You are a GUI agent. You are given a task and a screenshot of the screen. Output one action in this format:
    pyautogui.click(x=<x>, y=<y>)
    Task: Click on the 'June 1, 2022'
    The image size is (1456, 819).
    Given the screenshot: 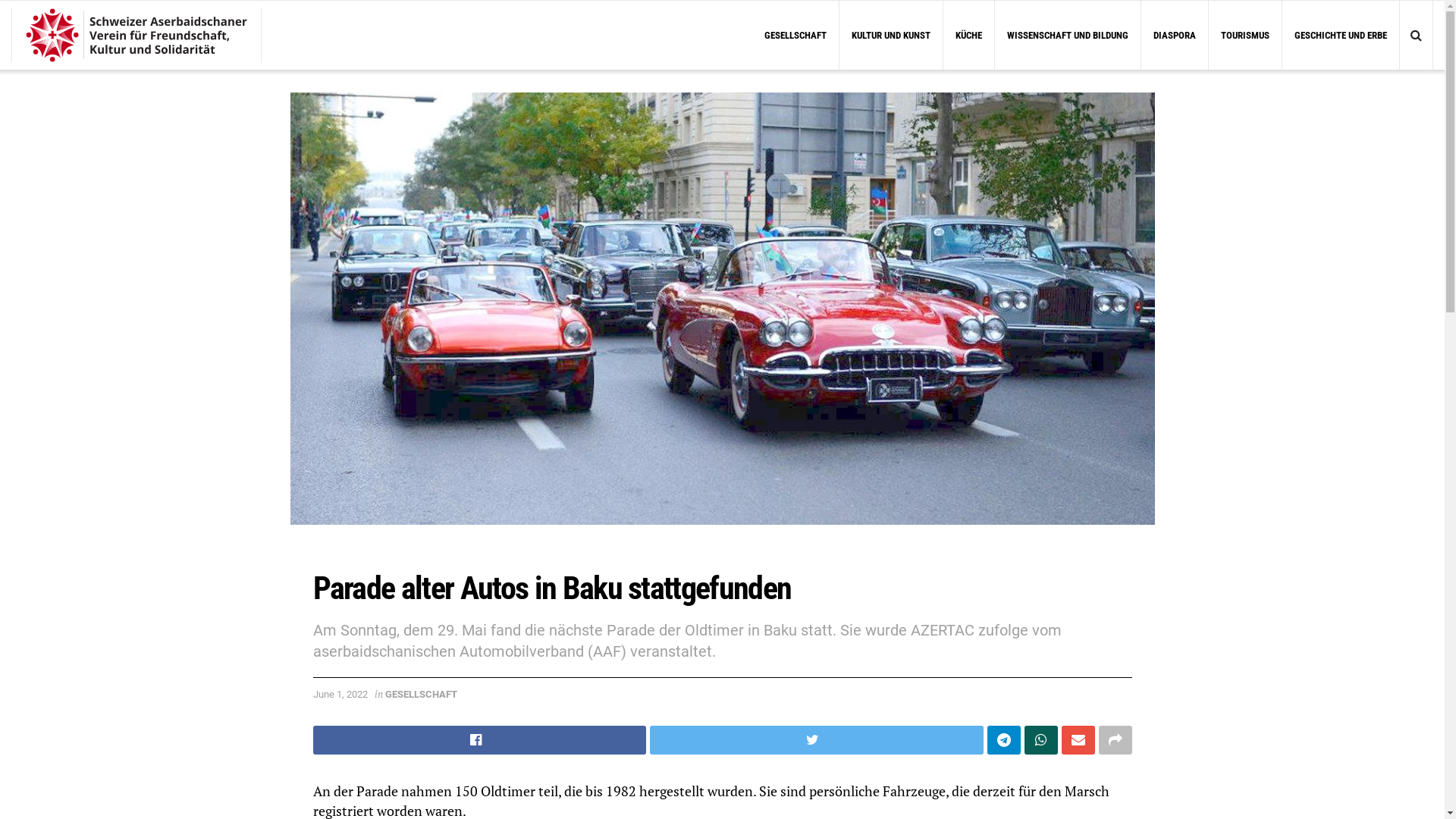 What is the action you would take?
    pyautogui.click(x=312, y=694)
    